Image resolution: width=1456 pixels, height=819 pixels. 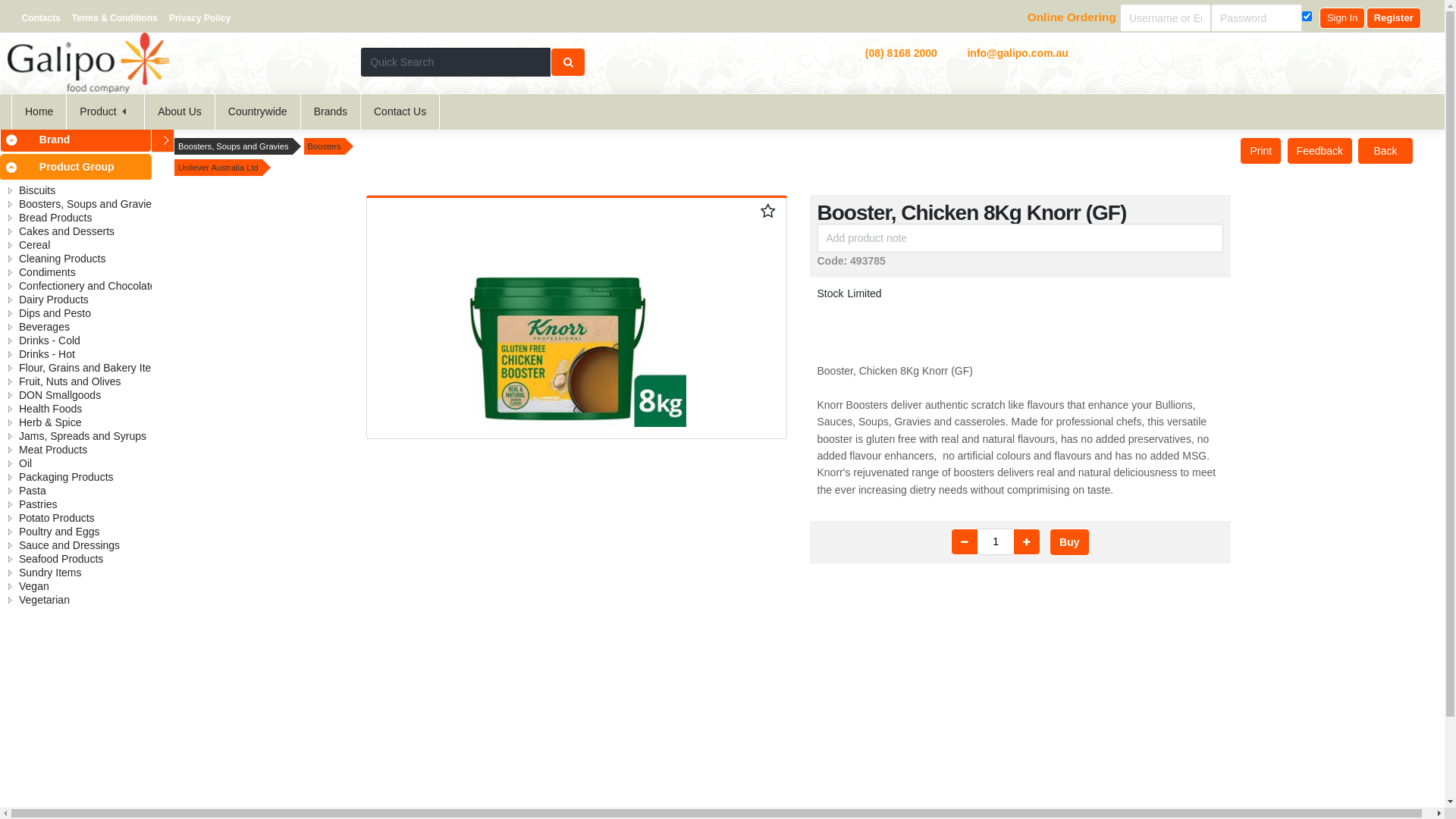 What do you see at coordinates (38, 504) in the screenshot?
I see `'Pastries'` at bounding box center [38, 504].